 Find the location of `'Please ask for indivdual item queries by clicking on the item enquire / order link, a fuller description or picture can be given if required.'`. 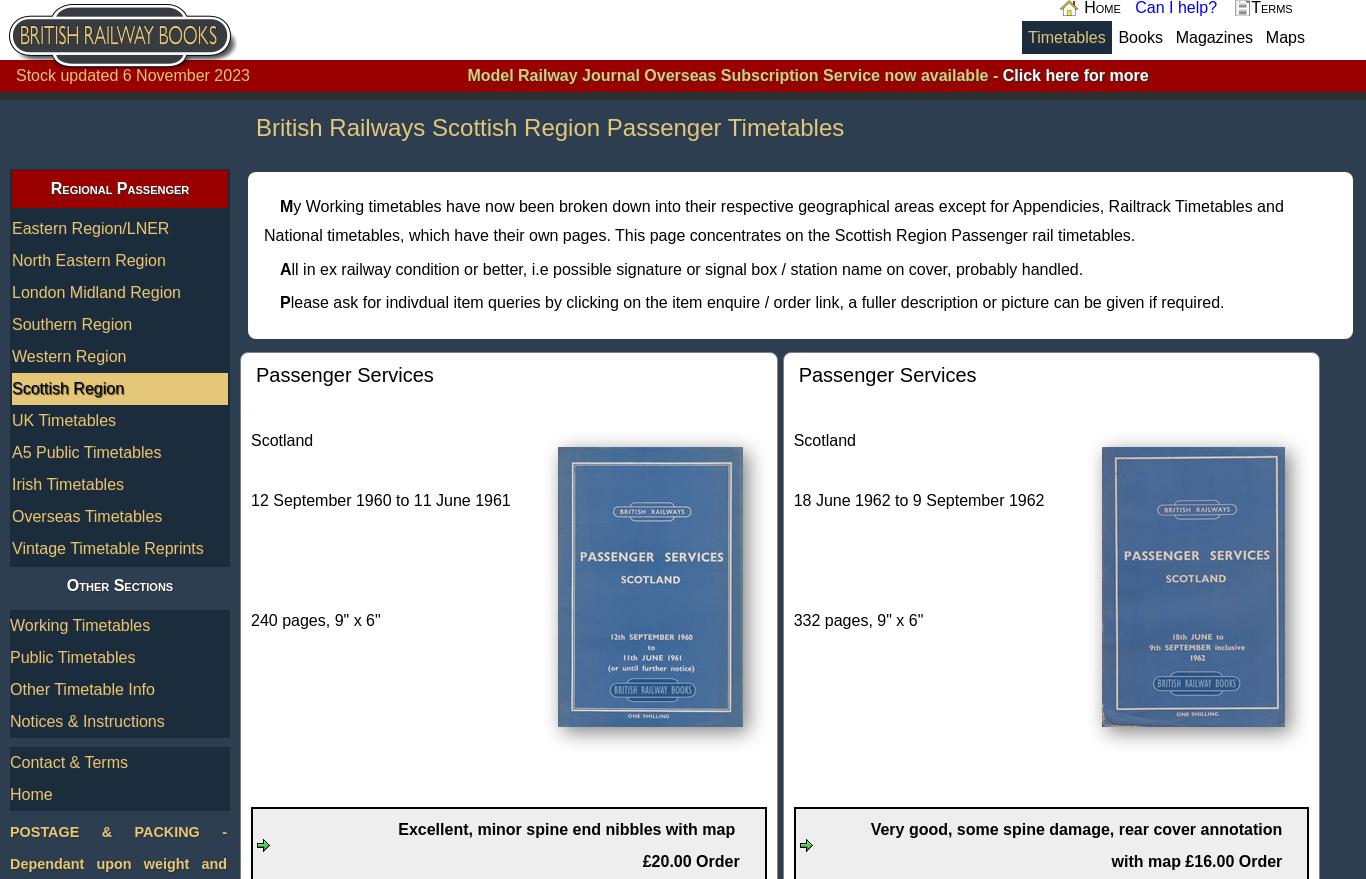

'Please ask for indivdual item queries by clicking on the item enquire / order link, a fuller description or picture can be given if required.' is located at coordinates (280, 302).